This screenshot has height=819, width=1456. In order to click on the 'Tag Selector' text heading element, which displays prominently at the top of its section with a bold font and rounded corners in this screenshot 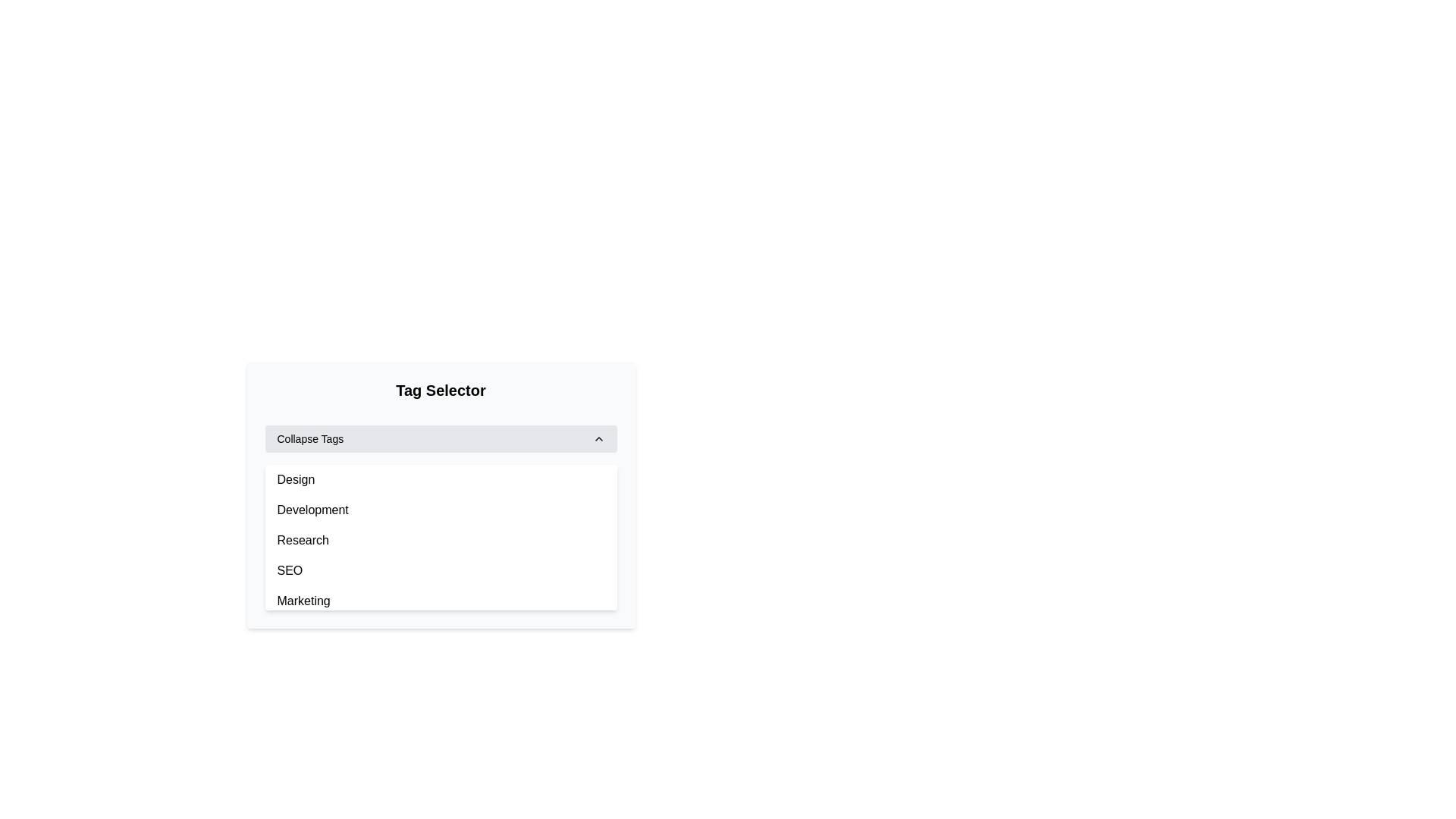, I will do `click(440, 390)`.